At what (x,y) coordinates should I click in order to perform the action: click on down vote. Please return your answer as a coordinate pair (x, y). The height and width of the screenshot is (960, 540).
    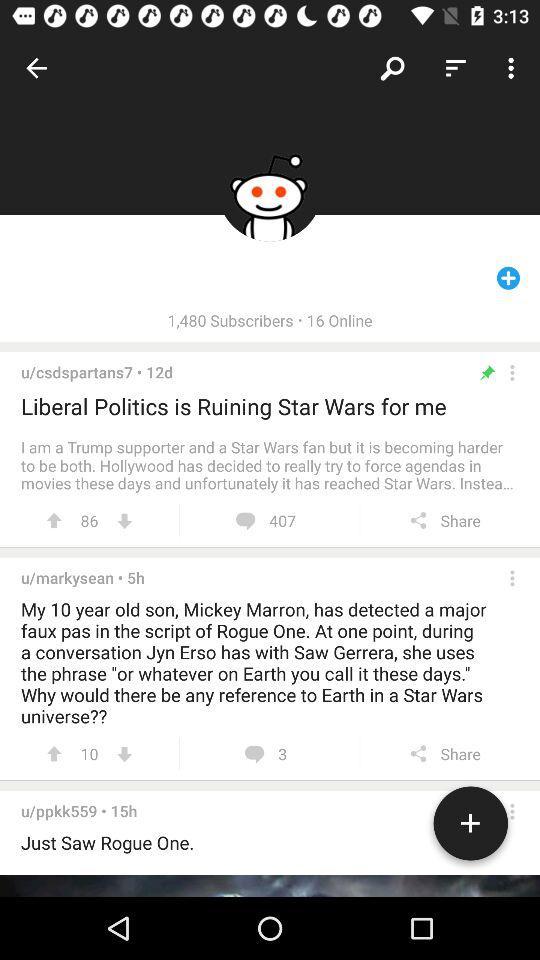
    Looking at the image, I should click on (124, 519).